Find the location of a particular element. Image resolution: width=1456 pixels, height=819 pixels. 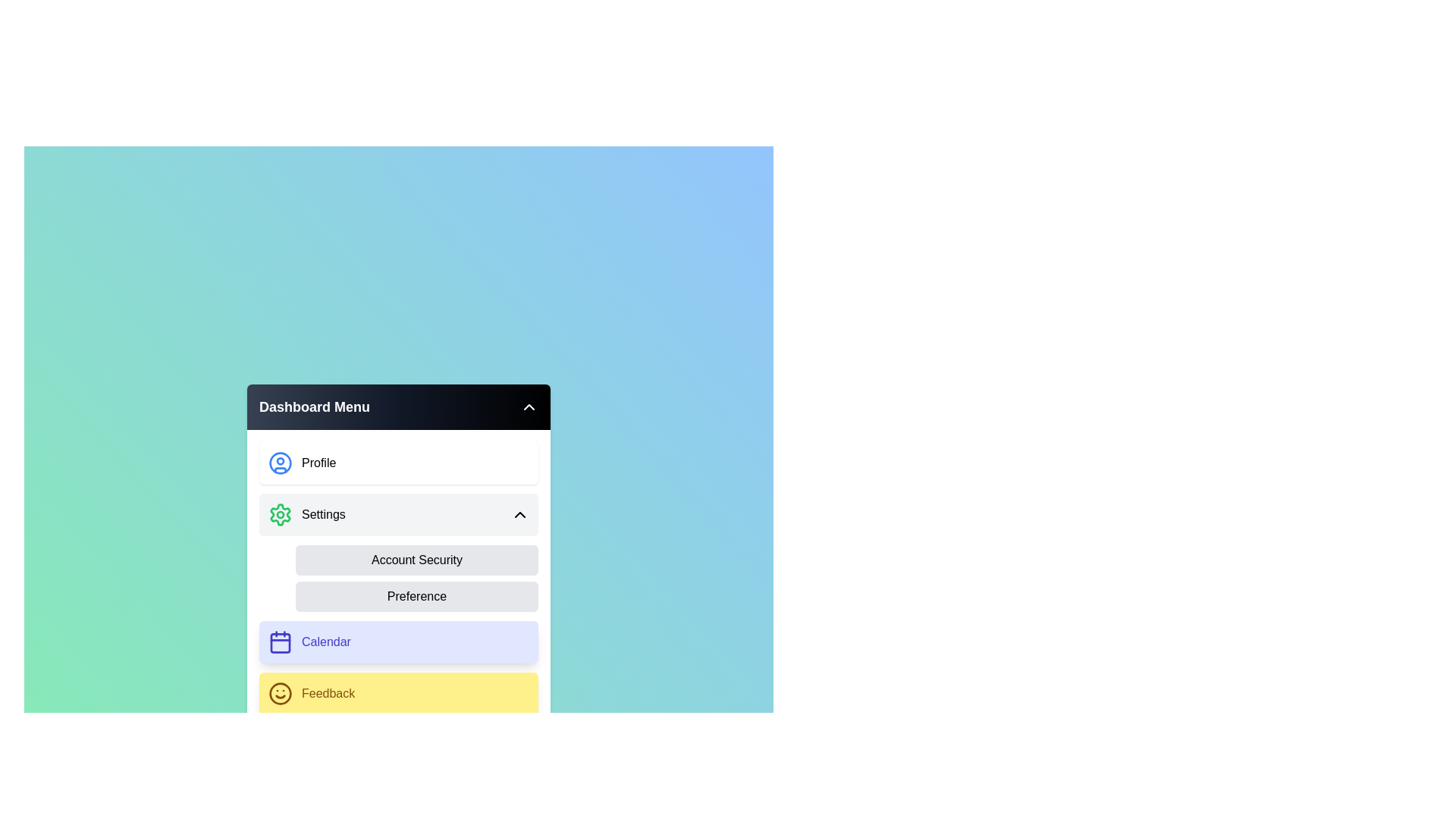

the rounded rectangular shape within the calendar icon, which is part of the main navigation menu, located to the left of the 'Calendar' text is located at coordinates (280, 643).